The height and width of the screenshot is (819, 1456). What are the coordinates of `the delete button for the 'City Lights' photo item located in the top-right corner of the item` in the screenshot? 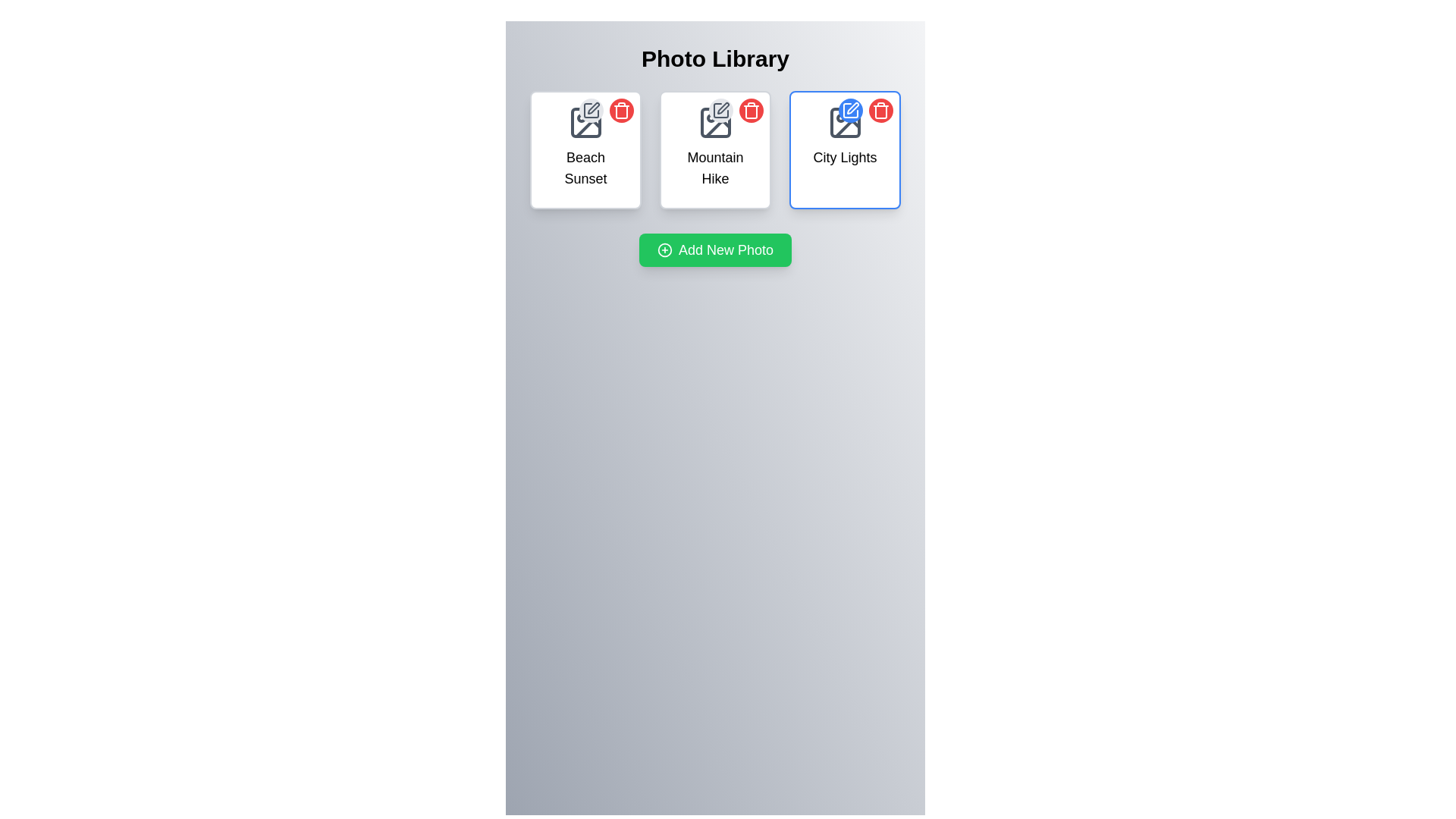 It's located at (880, 110).